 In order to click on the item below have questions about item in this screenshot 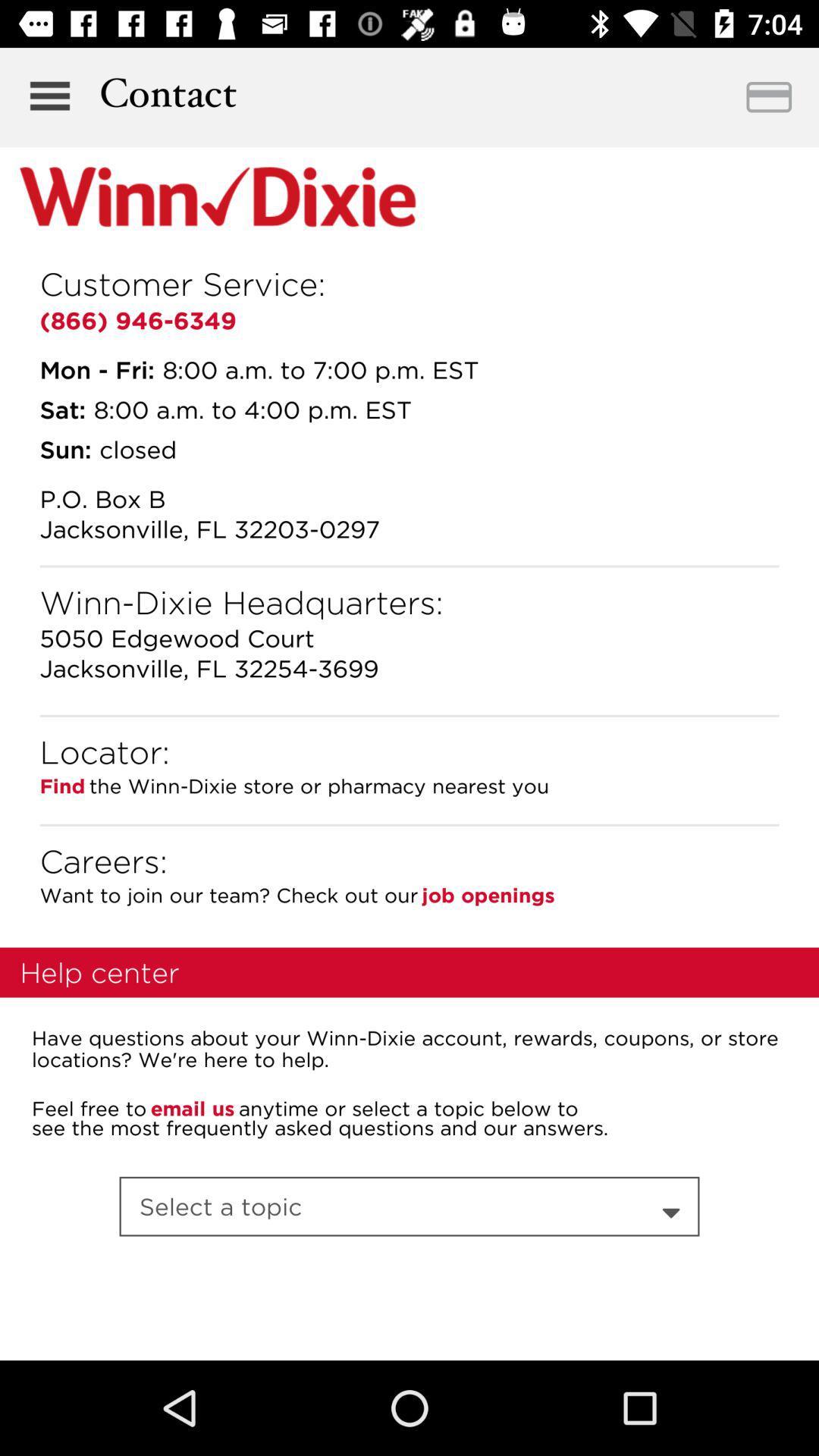, I will do `click(407, 1108)`.